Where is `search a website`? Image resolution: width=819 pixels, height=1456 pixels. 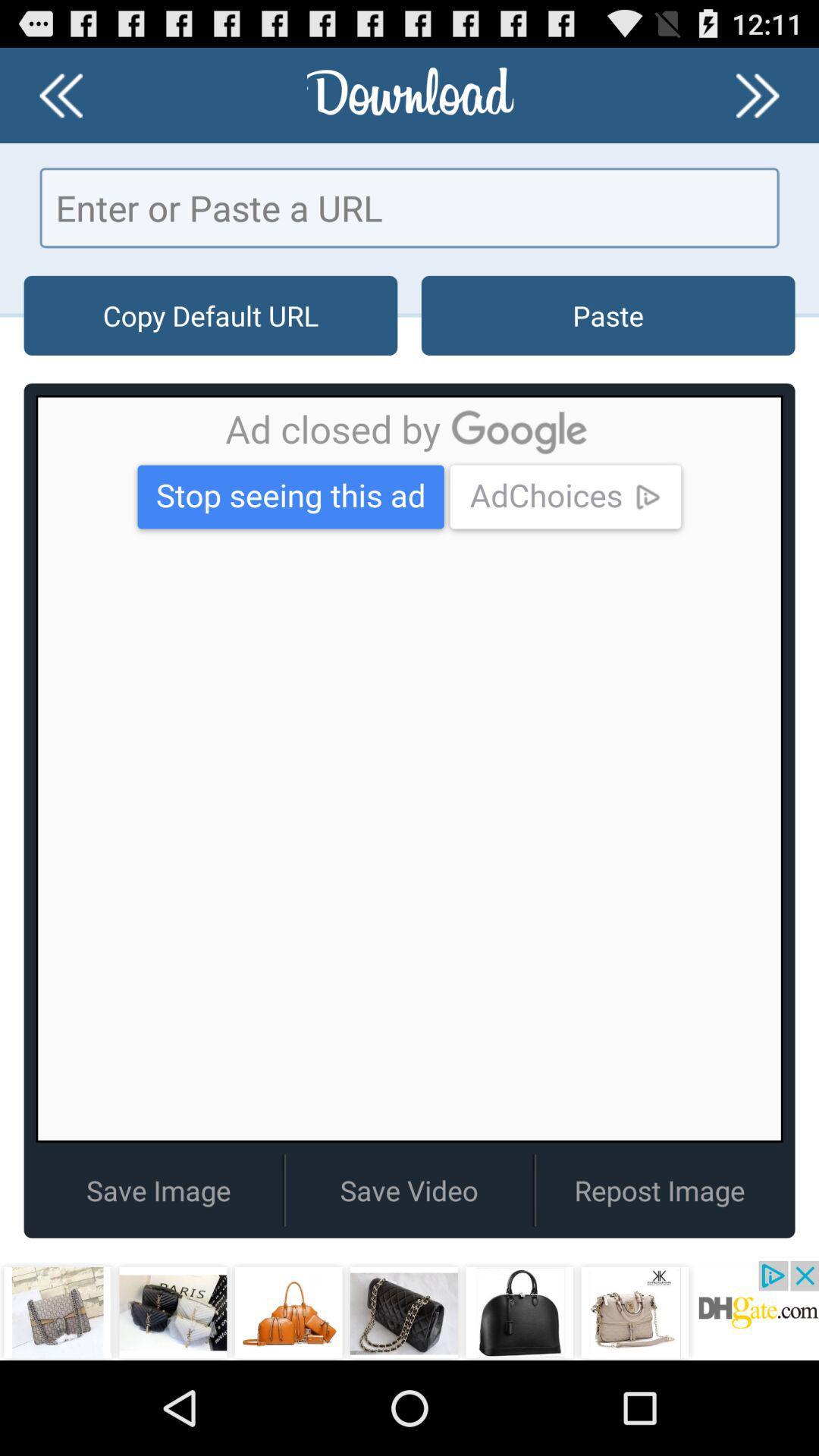 search a website is located at coordinates (409, 207).